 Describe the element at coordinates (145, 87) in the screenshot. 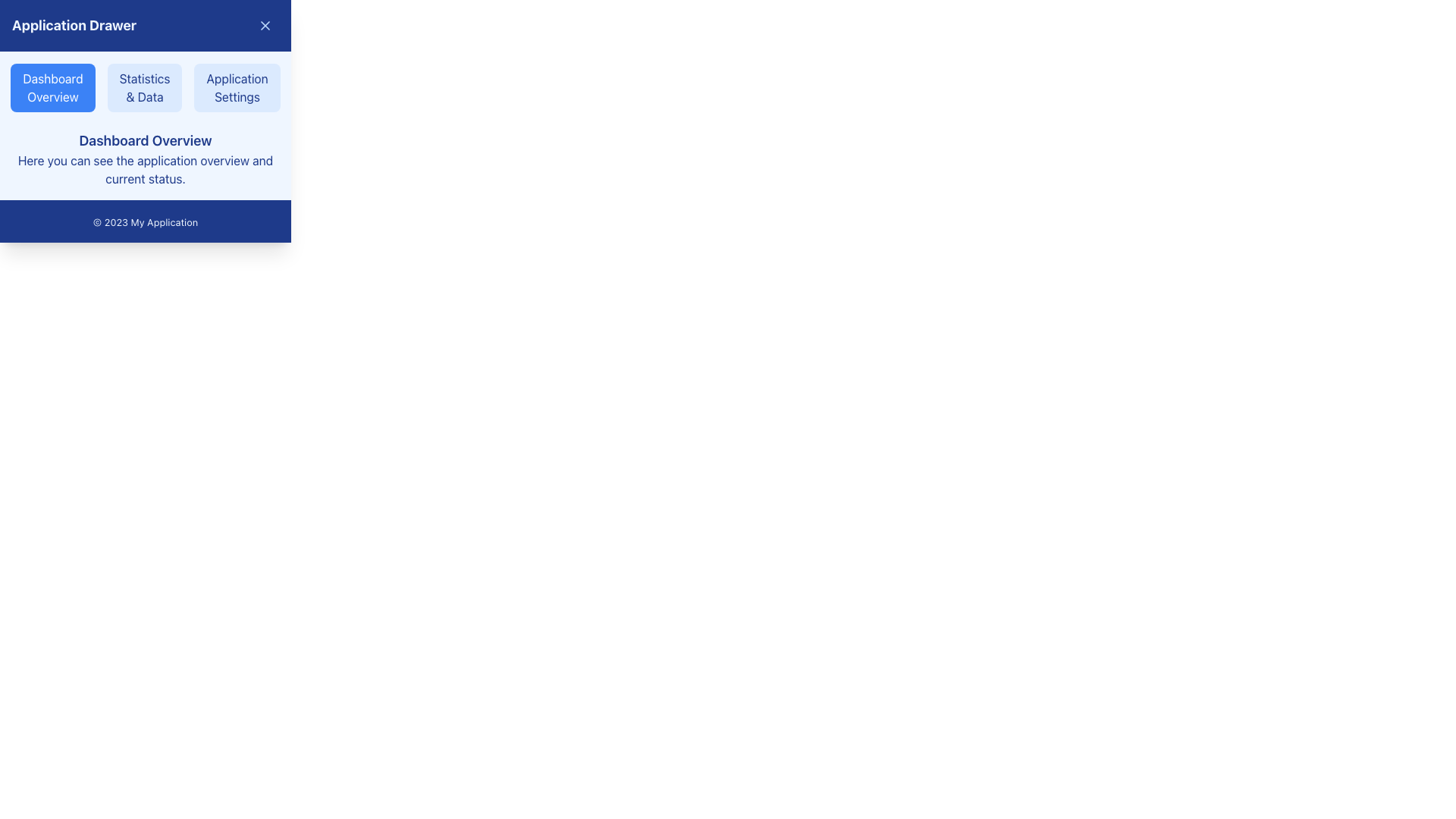

I see `the second button in a horizontal group of three that navigates to statistics and data` at that location.